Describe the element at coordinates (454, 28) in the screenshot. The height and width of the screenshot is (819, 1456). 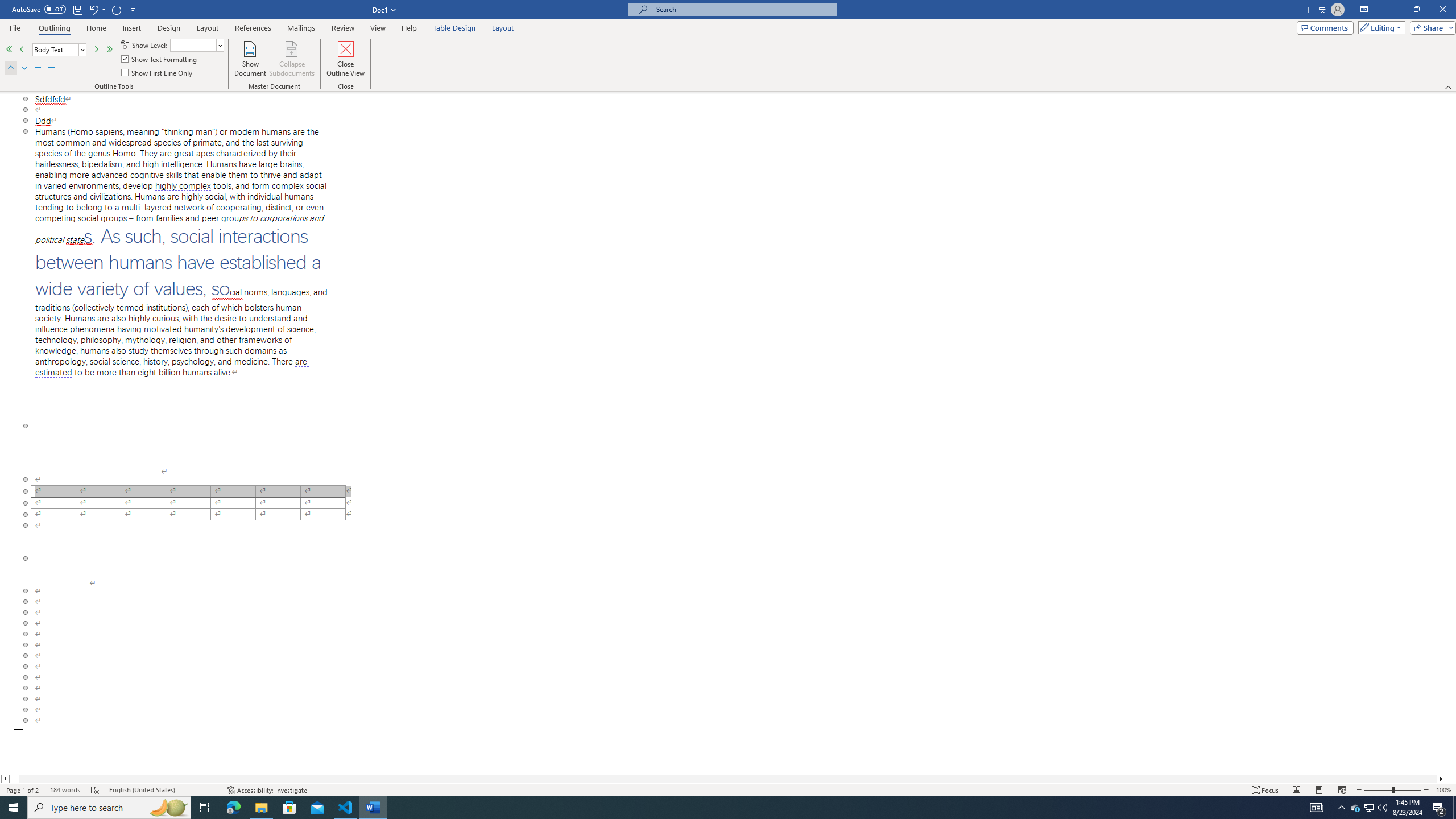
I see `'Table Design'` at that location.